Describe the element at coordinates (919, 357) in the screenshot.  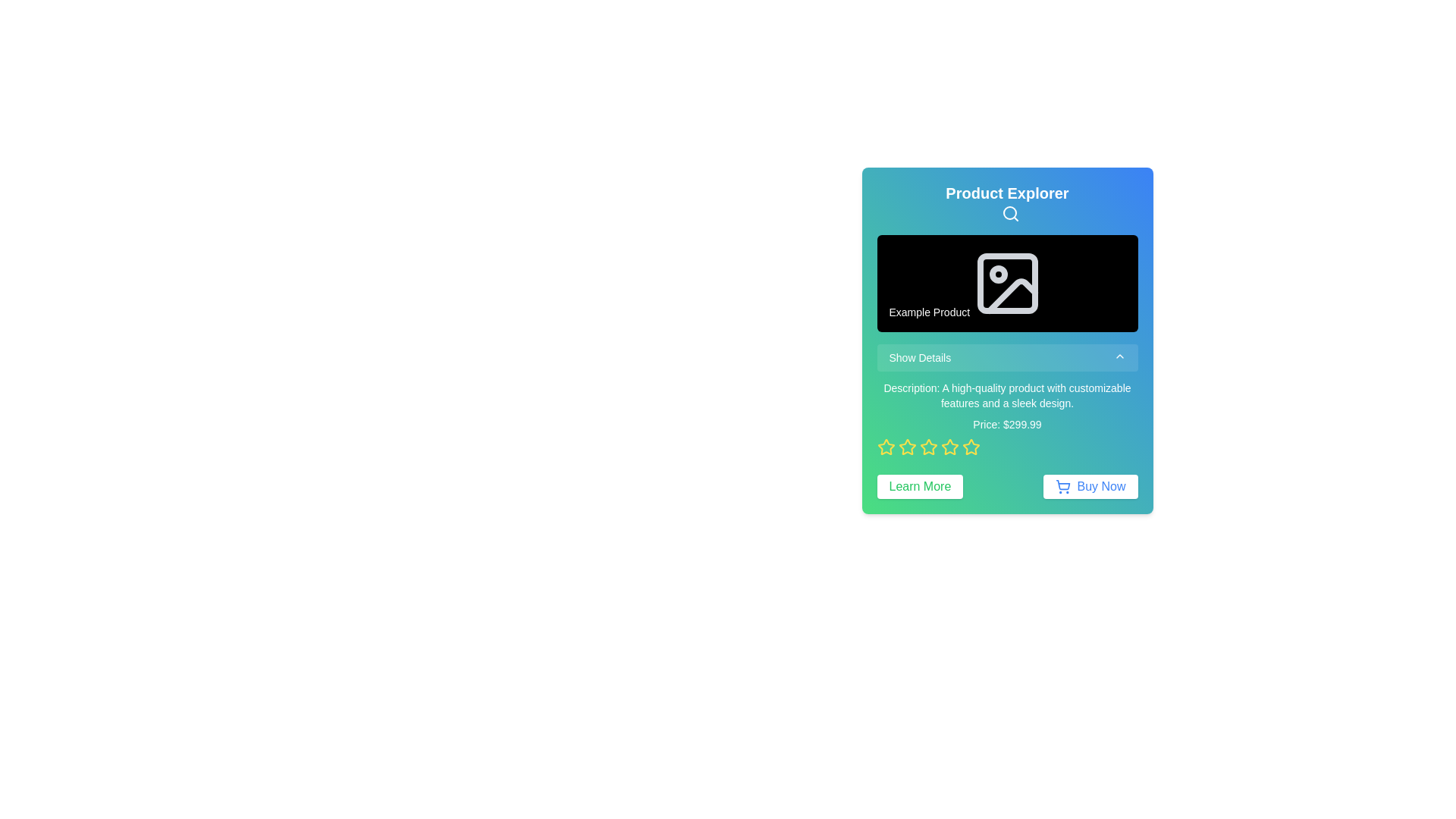
I see `the button-like text that toggles the visibility of additional product details located at the center of the product card above the product description section` at that location.